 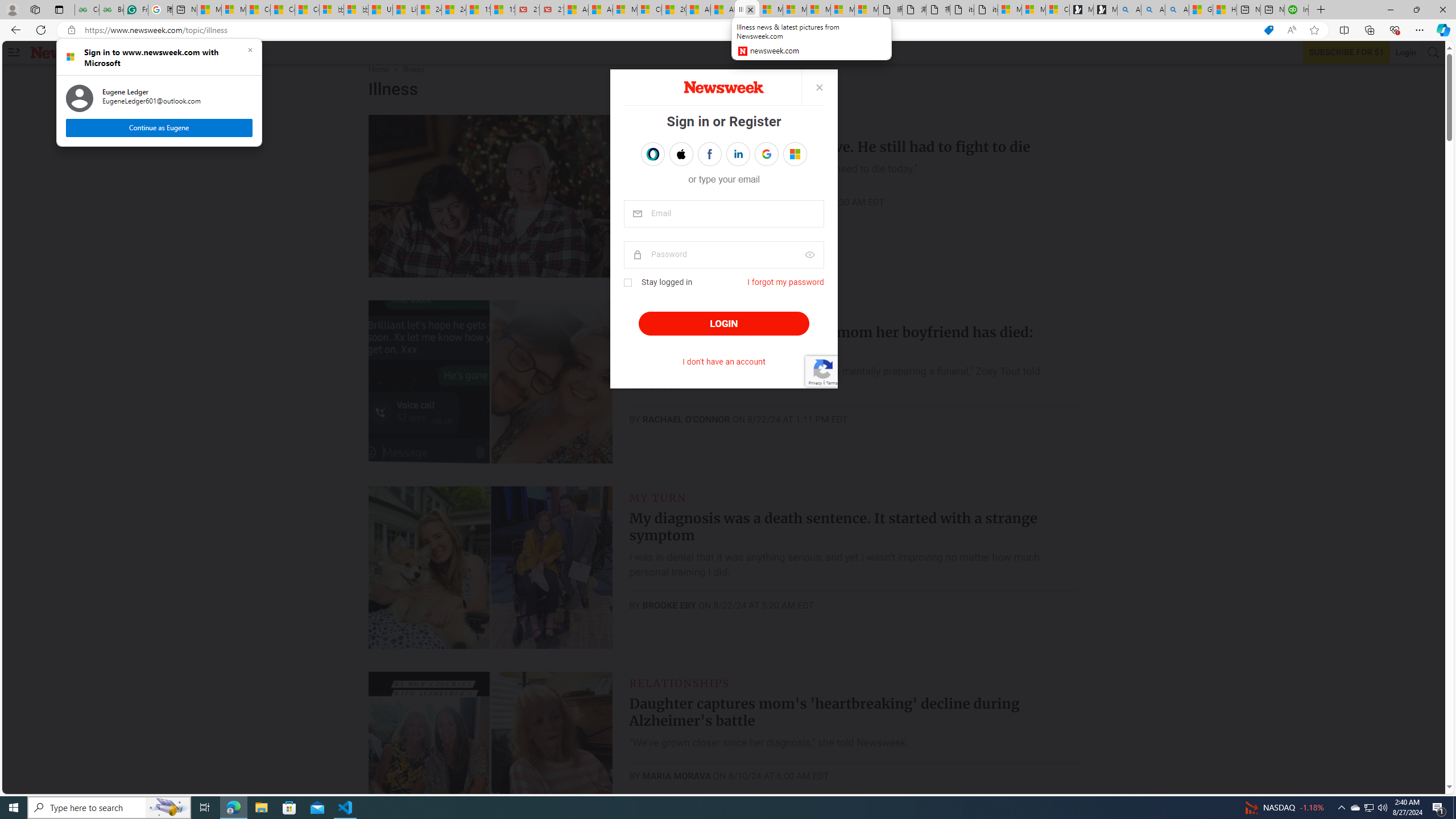 What do you see at coordinates (658, 497) in the screenshot?
I see `'MY TURN'` at bounding box center [658, 497].